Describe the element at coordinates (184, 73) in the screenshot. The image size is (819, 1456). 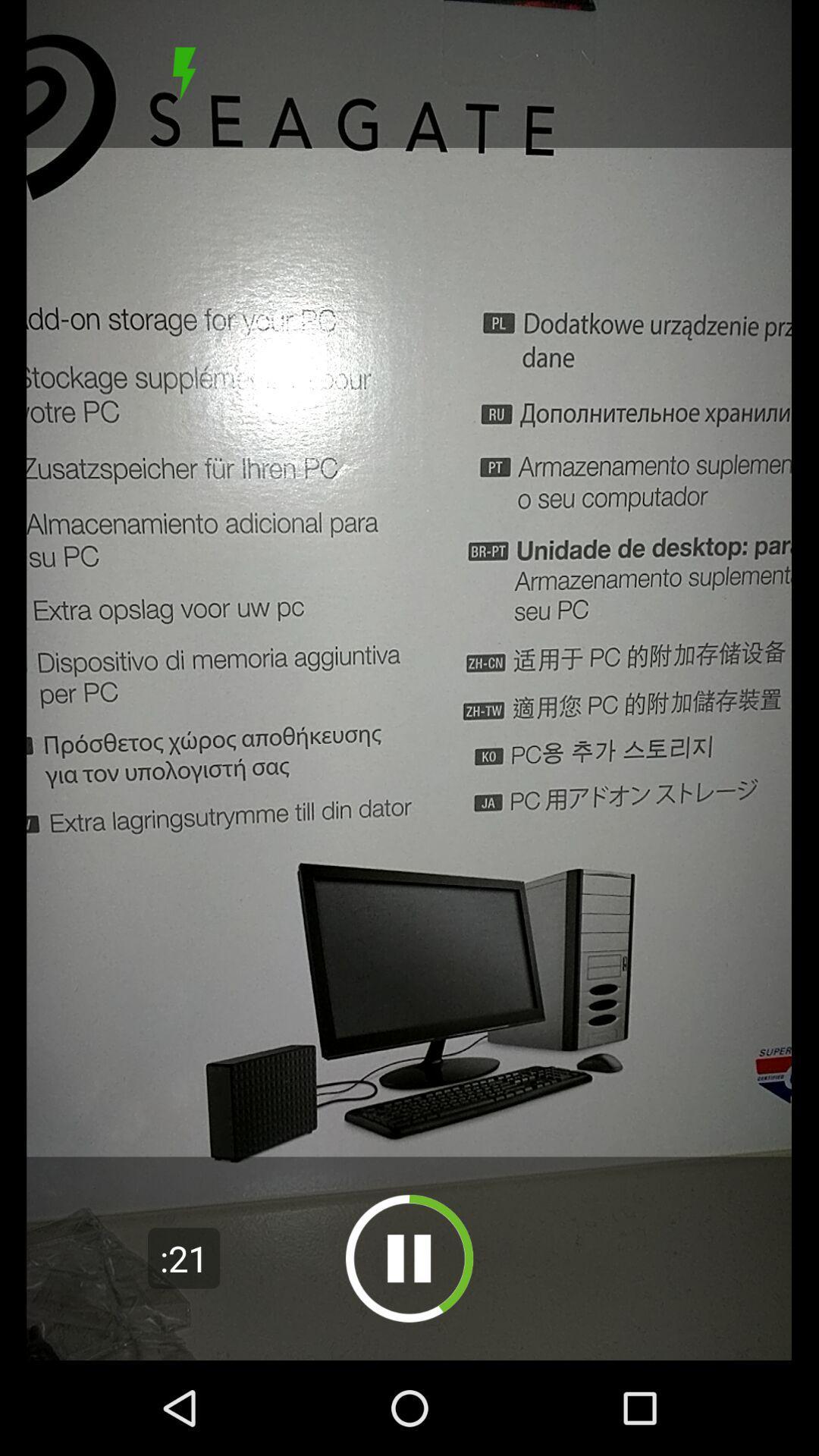
I see `power` at that location.